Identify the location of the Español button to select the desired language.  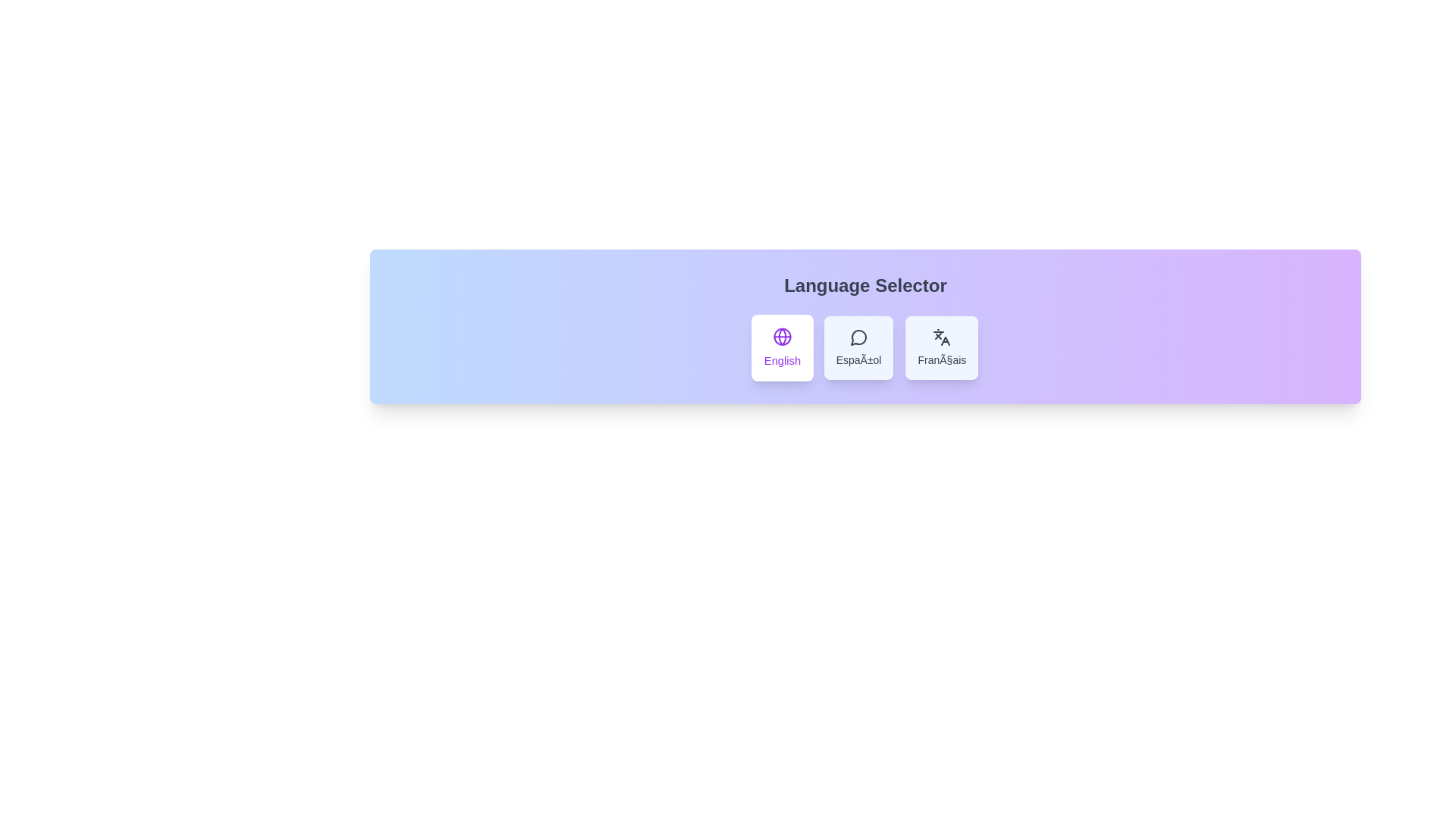
(858, 348).